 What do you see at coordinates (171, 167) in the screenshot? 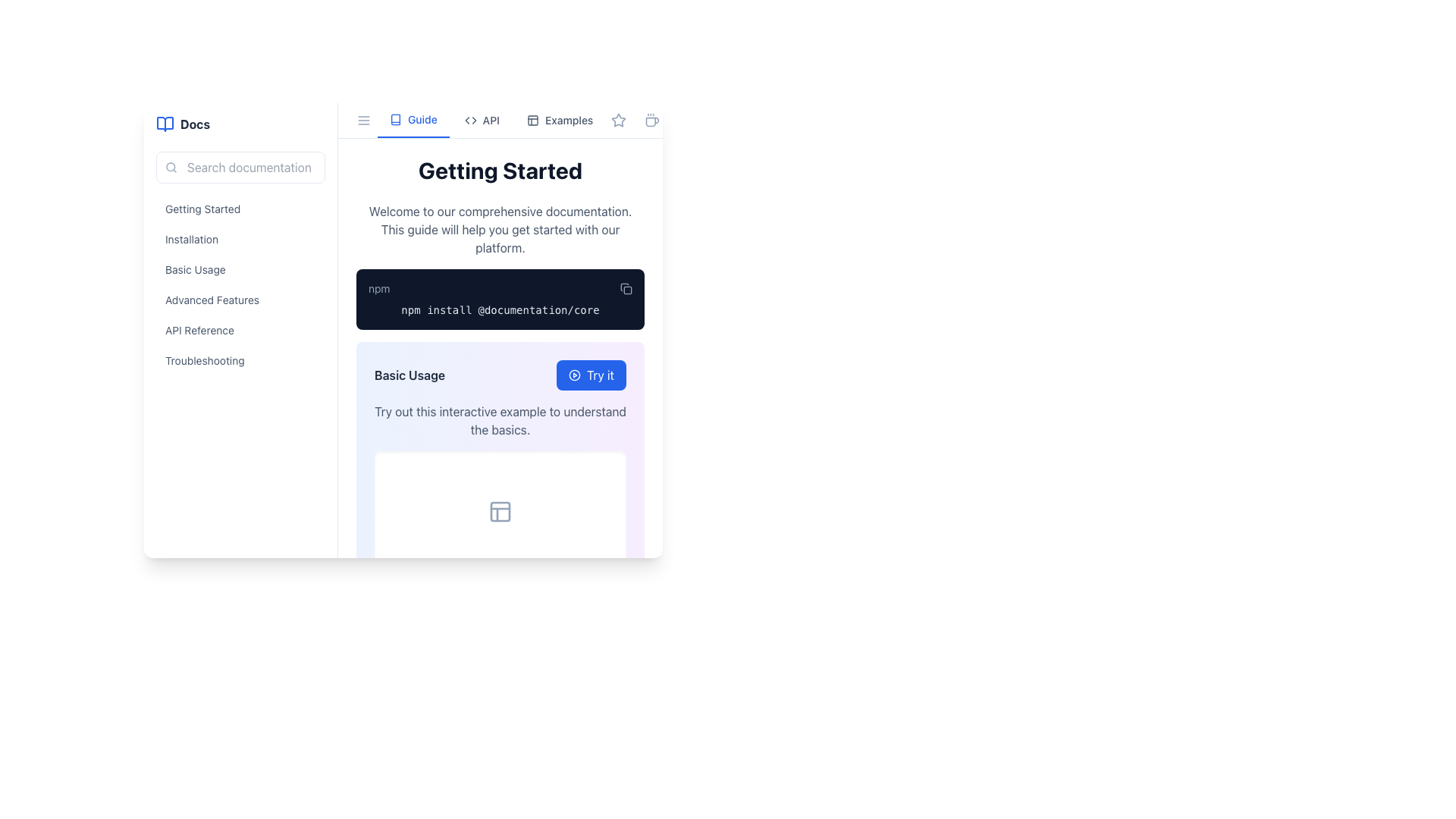
I see `the circular element that is part of the magnifying glass icon in the left sidebar, adjacent to the 'Search documentation' input field` at bounding box center [171, 167].